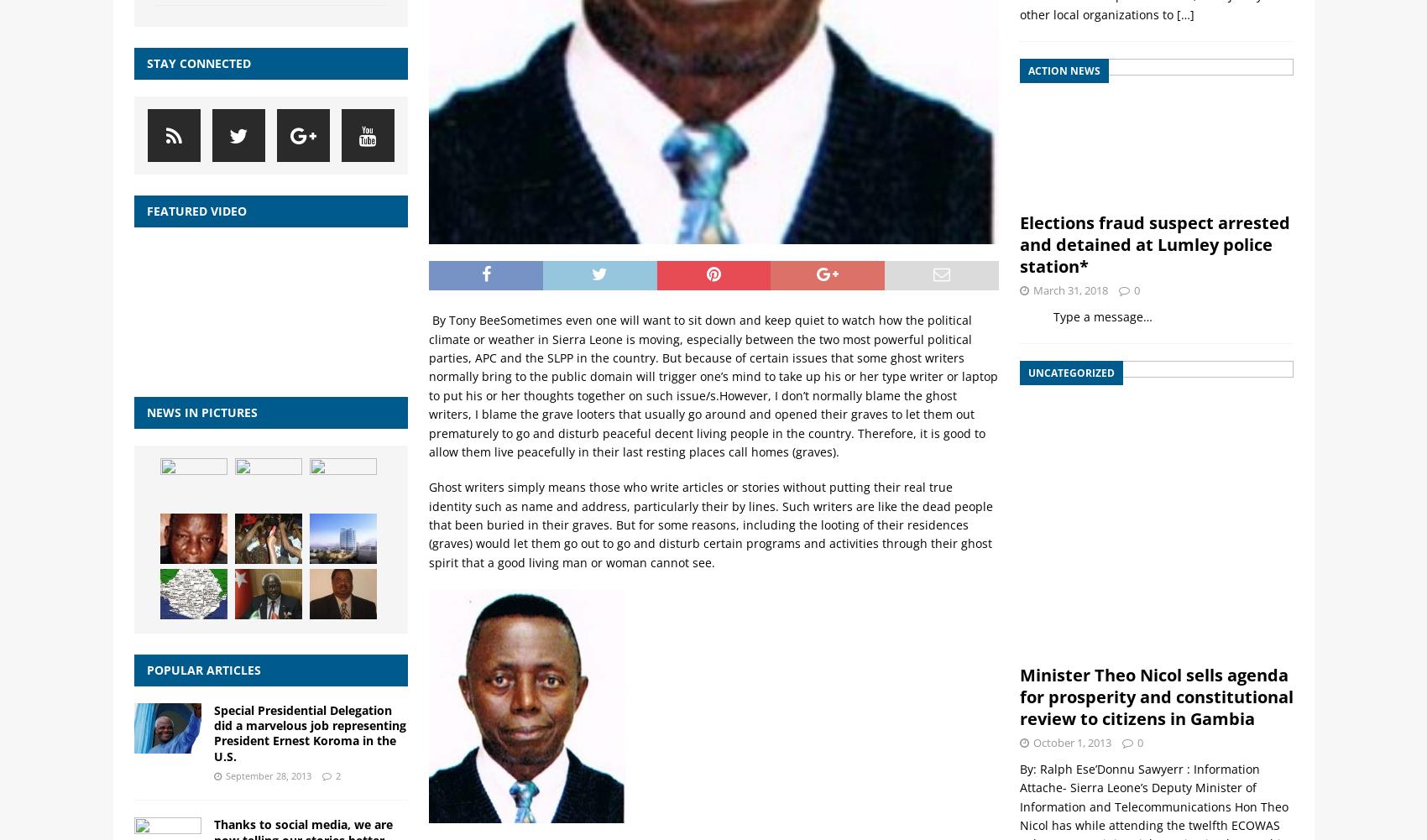  What do you see at coordinates (145, 61) in the screenshot?
I see `'STAY CONNECTED'` at bounding box center [145, 61].